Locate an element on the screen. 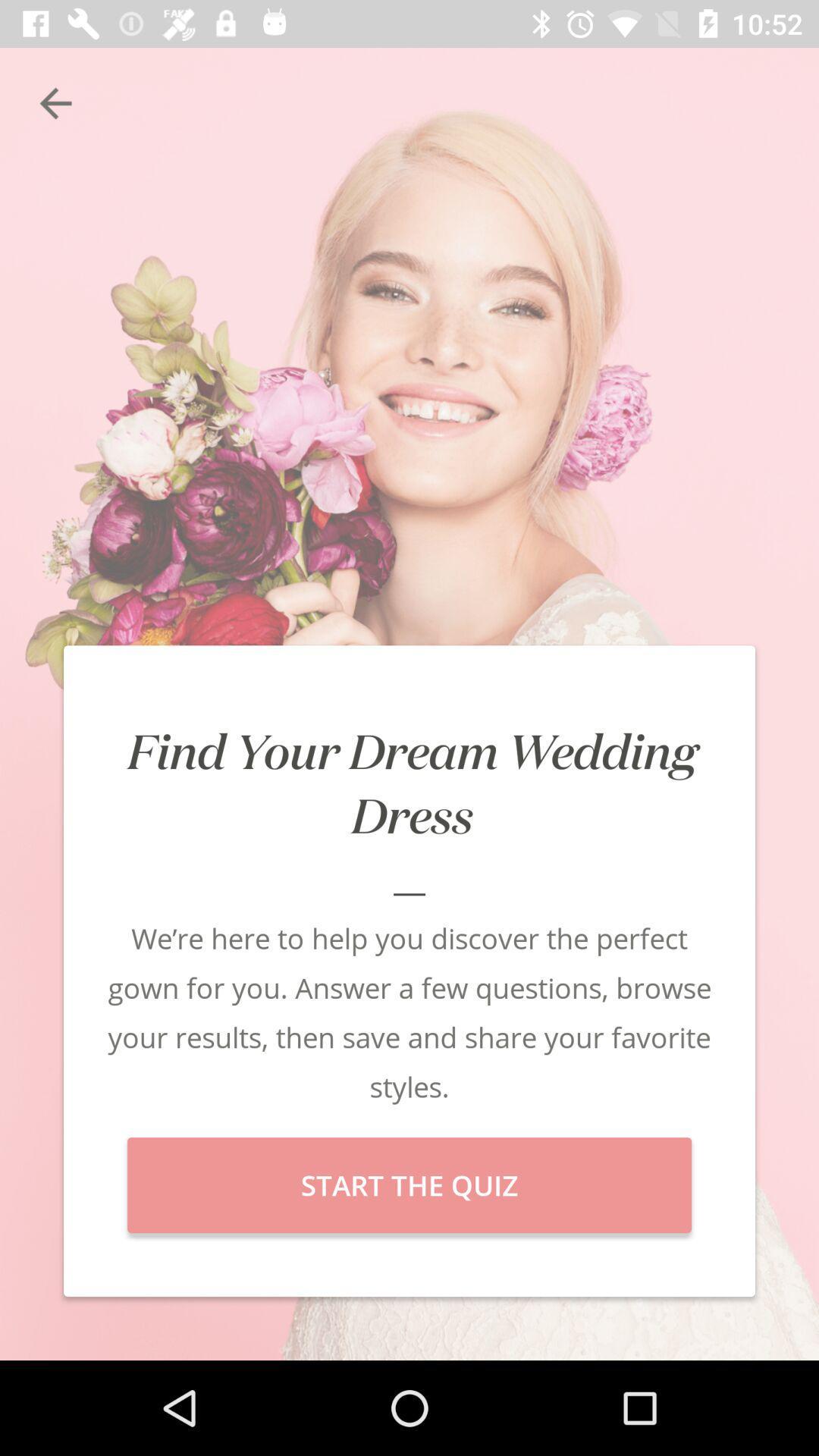  start the quiz item is located at coordinates (409, 1185).